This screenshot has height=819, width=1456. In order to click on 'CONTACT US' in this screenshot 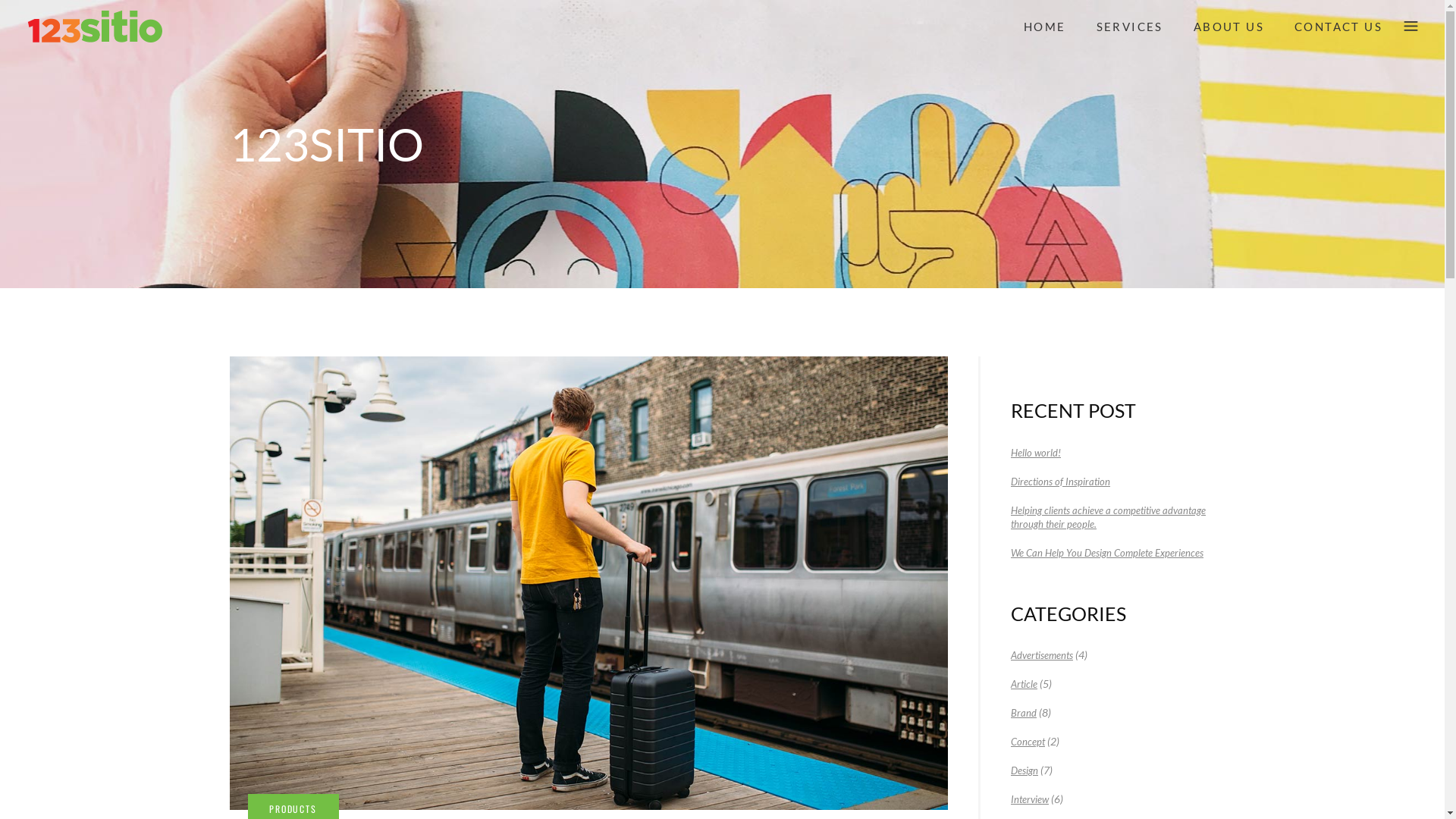, I will do `click(1338, 26)`.